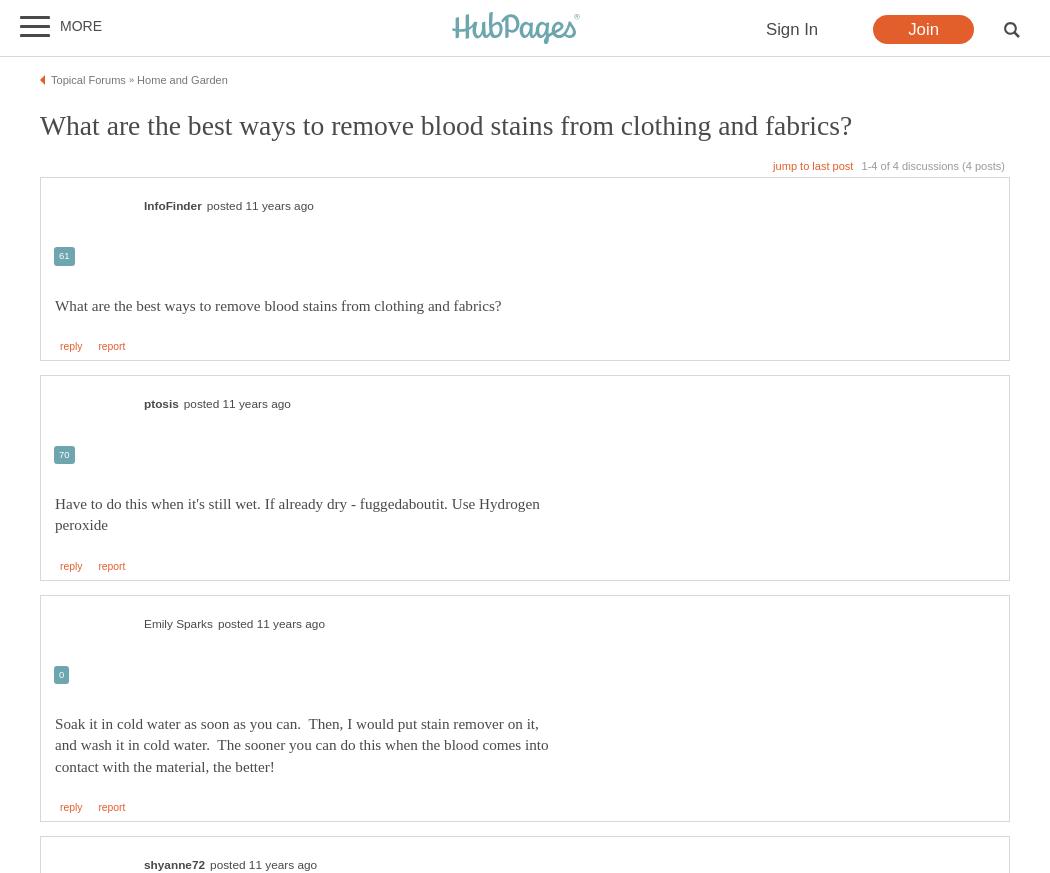 The height and width of the screenshot is (873, 1050). I want to click on 'Jump to Last Post', so click(773, 164).